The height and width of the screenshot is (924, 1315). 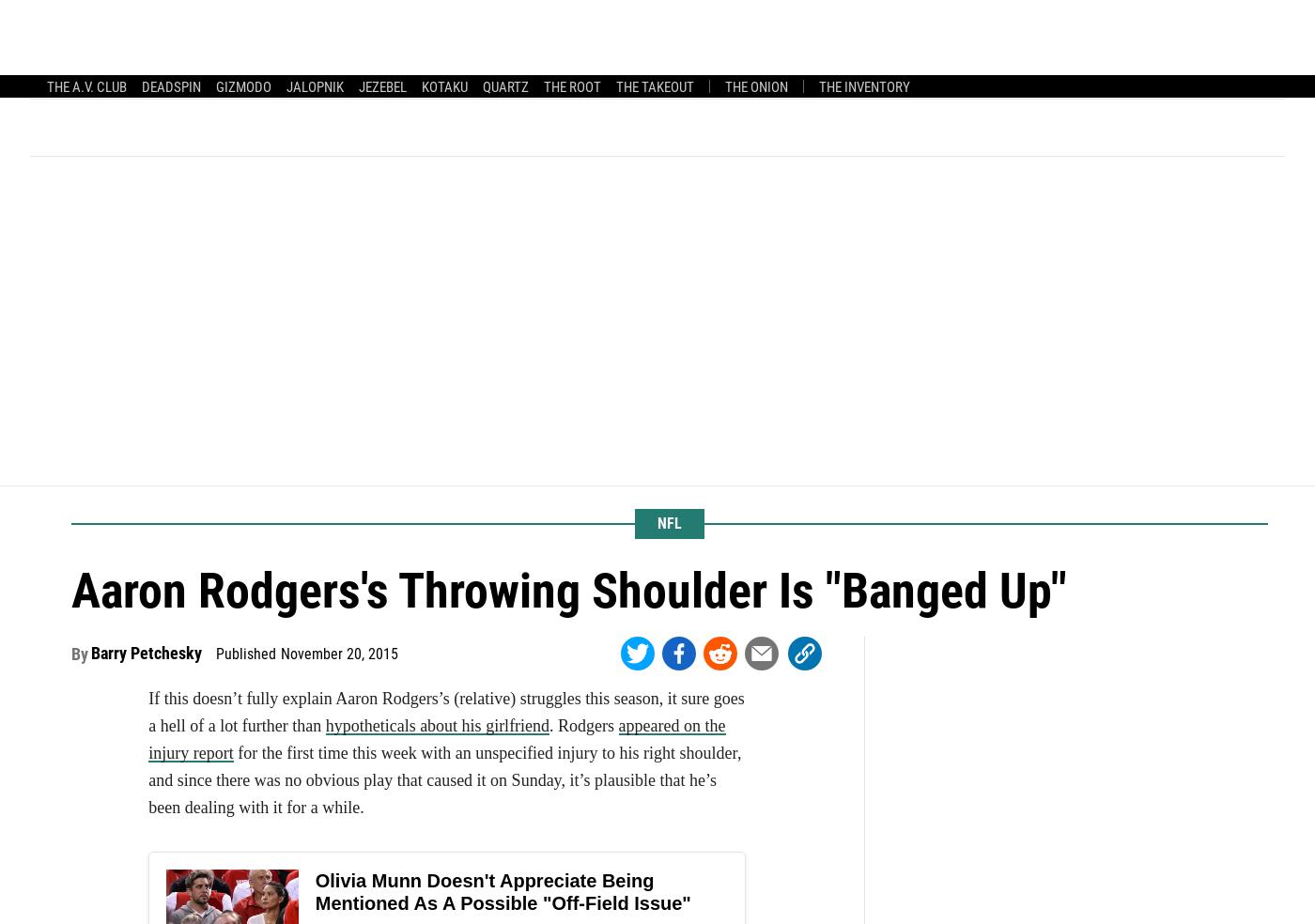 What do you see at coordinates (457, 31) in the screenshot?
I see `'Baseball'` at bounding box center [457, 31].